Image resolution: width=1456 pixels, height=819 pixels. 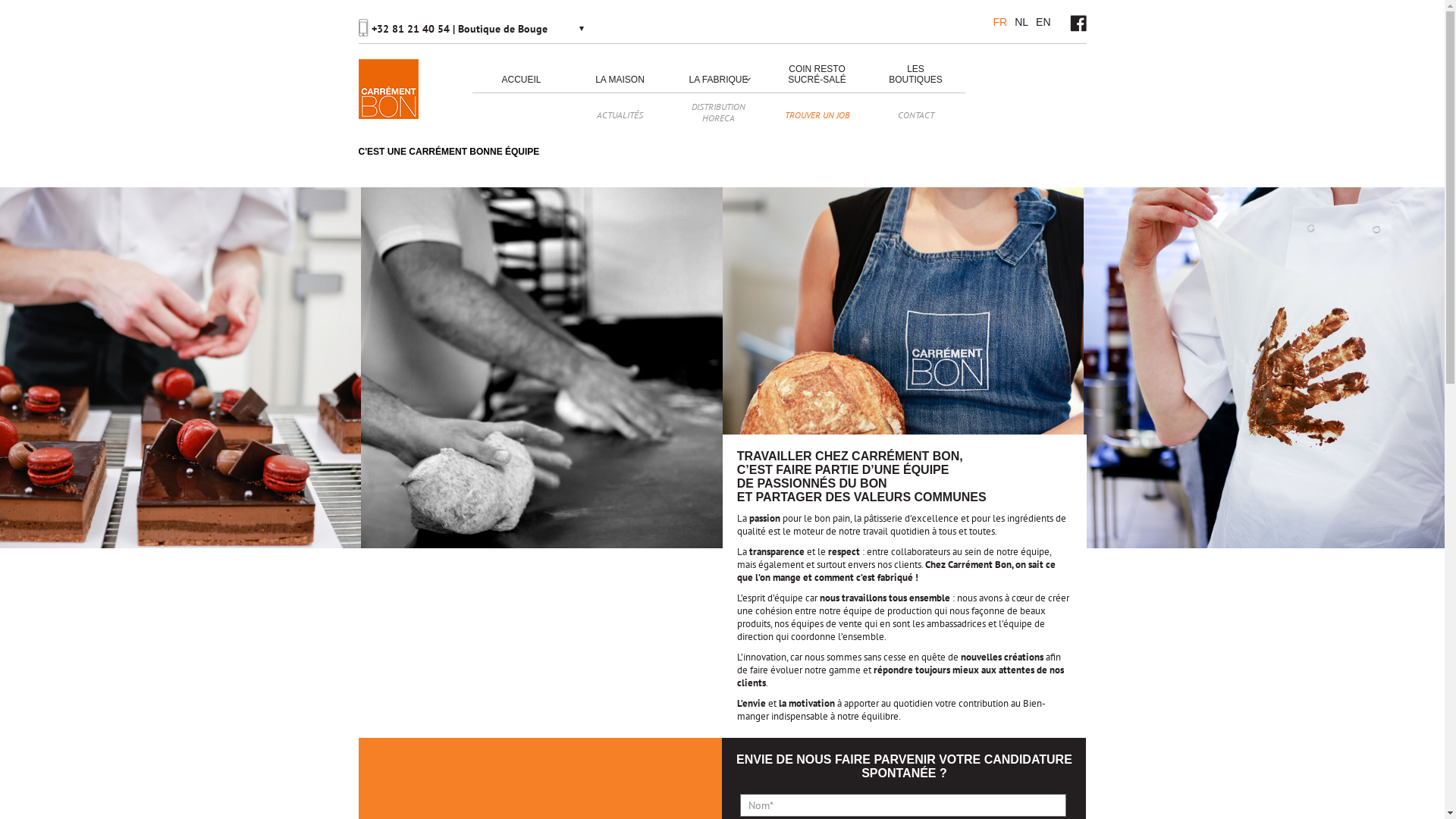 What do you see at coordinates (1021, 22) in the screenshot?
I see `'NL'` at bounding box center [1021, 22].